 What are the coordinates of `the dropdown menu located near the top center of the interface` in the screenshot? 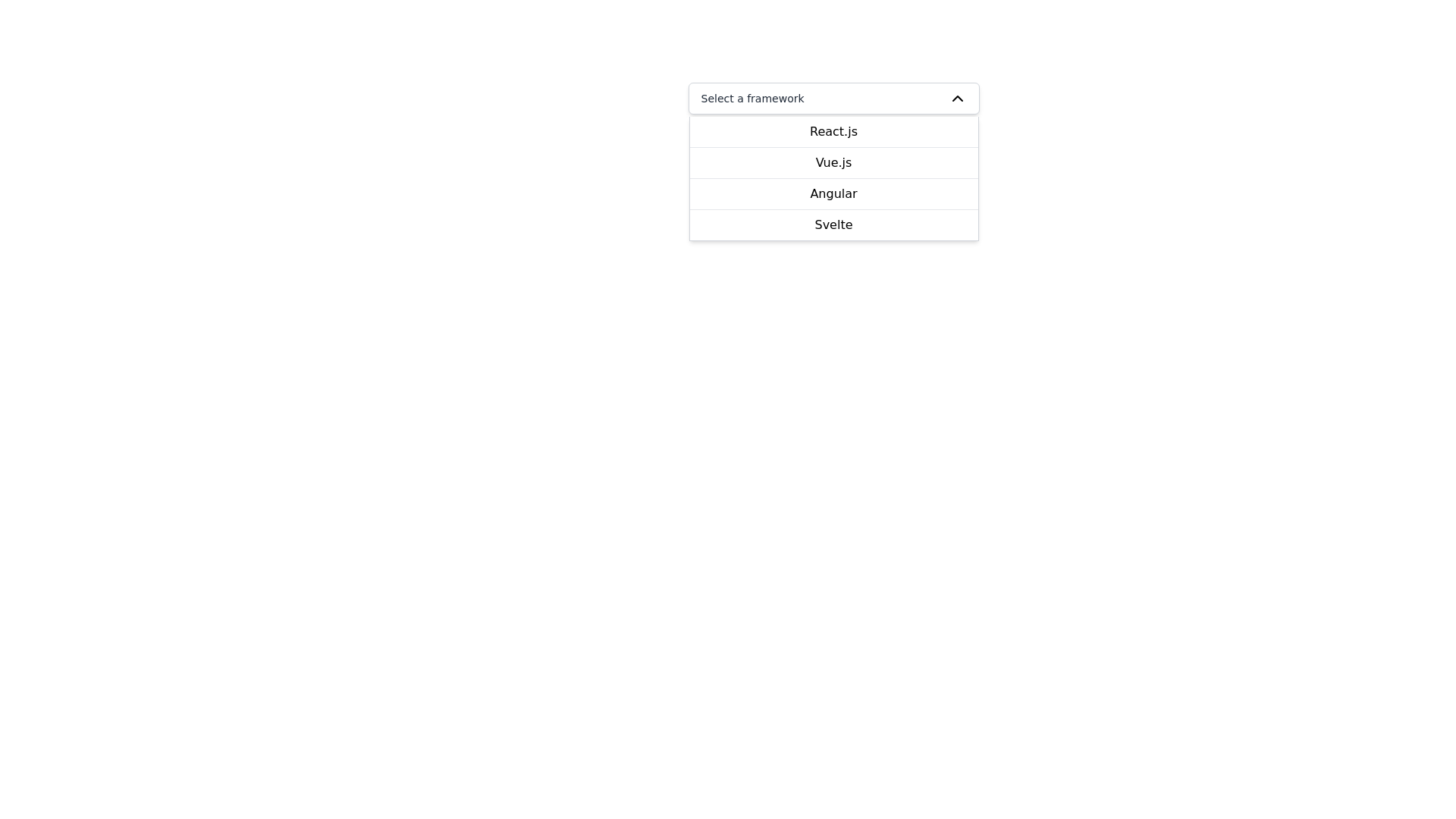 It's located at (833, 99).